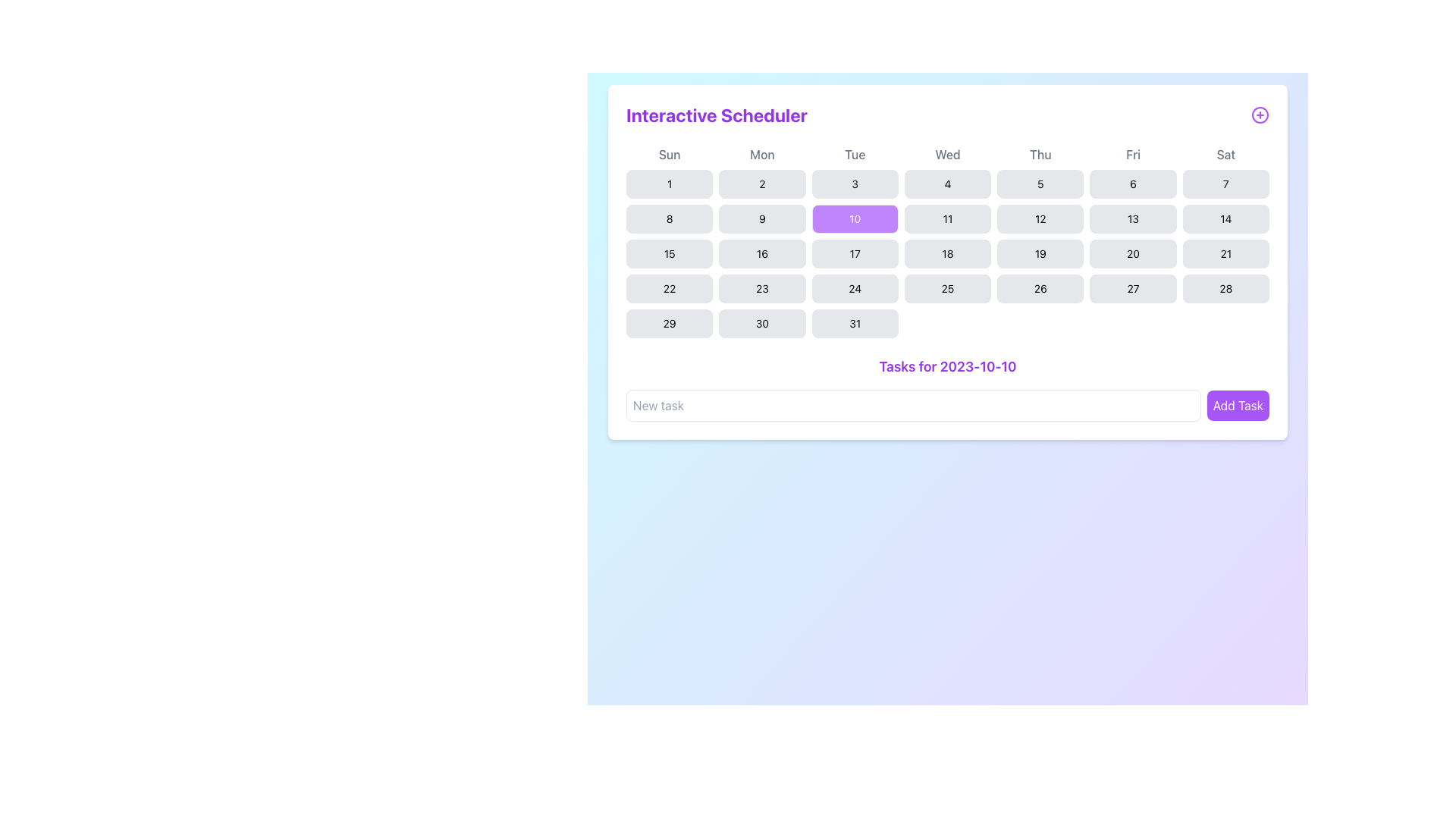  What do you see at coordinates (855, 219) in the screenshot?
I see `the button displaying the number '10' in the calendar grid` at bounding box center [855, 219].